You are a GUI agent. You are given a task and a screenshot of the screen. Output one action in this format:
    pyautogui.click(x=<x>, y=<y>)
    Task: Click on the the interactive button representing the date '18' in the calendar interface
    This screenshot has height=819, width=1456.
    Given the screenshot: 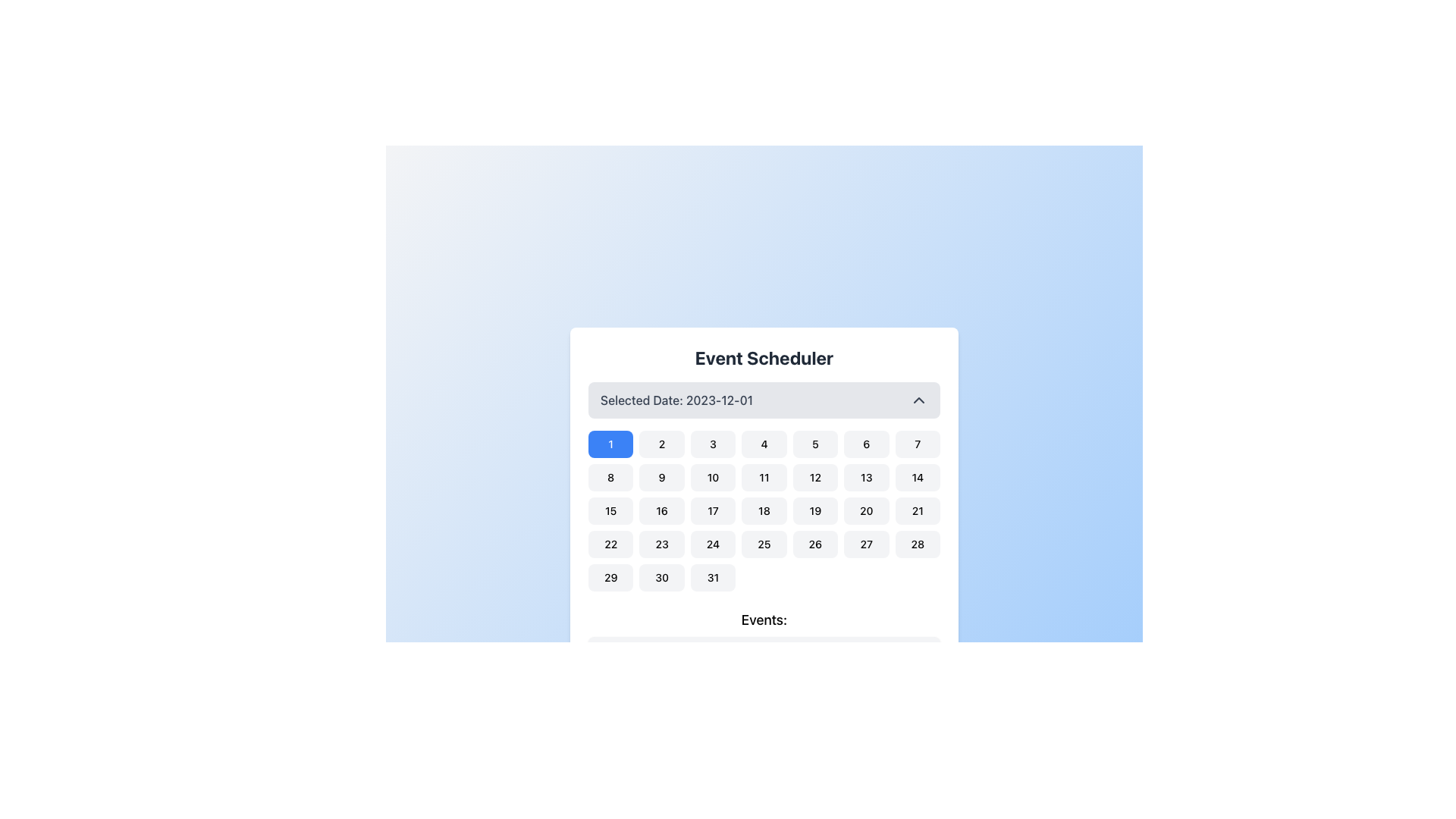 What is the action you would take?
    pyautogui.click(x=764, y=511)
    